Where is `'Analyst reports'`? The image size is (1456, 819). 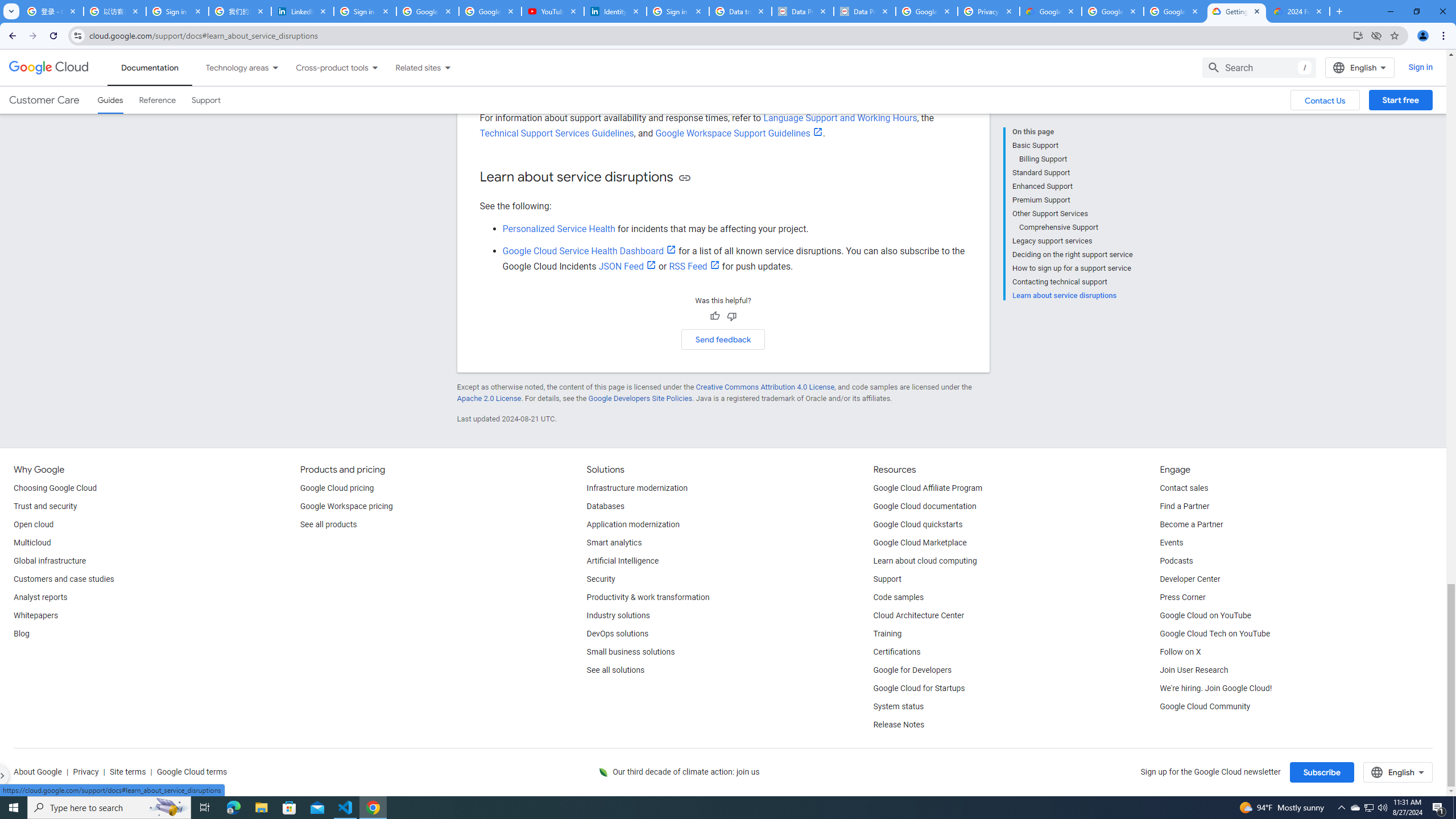 'Analyst reports' is located at coordinates (39, 597).